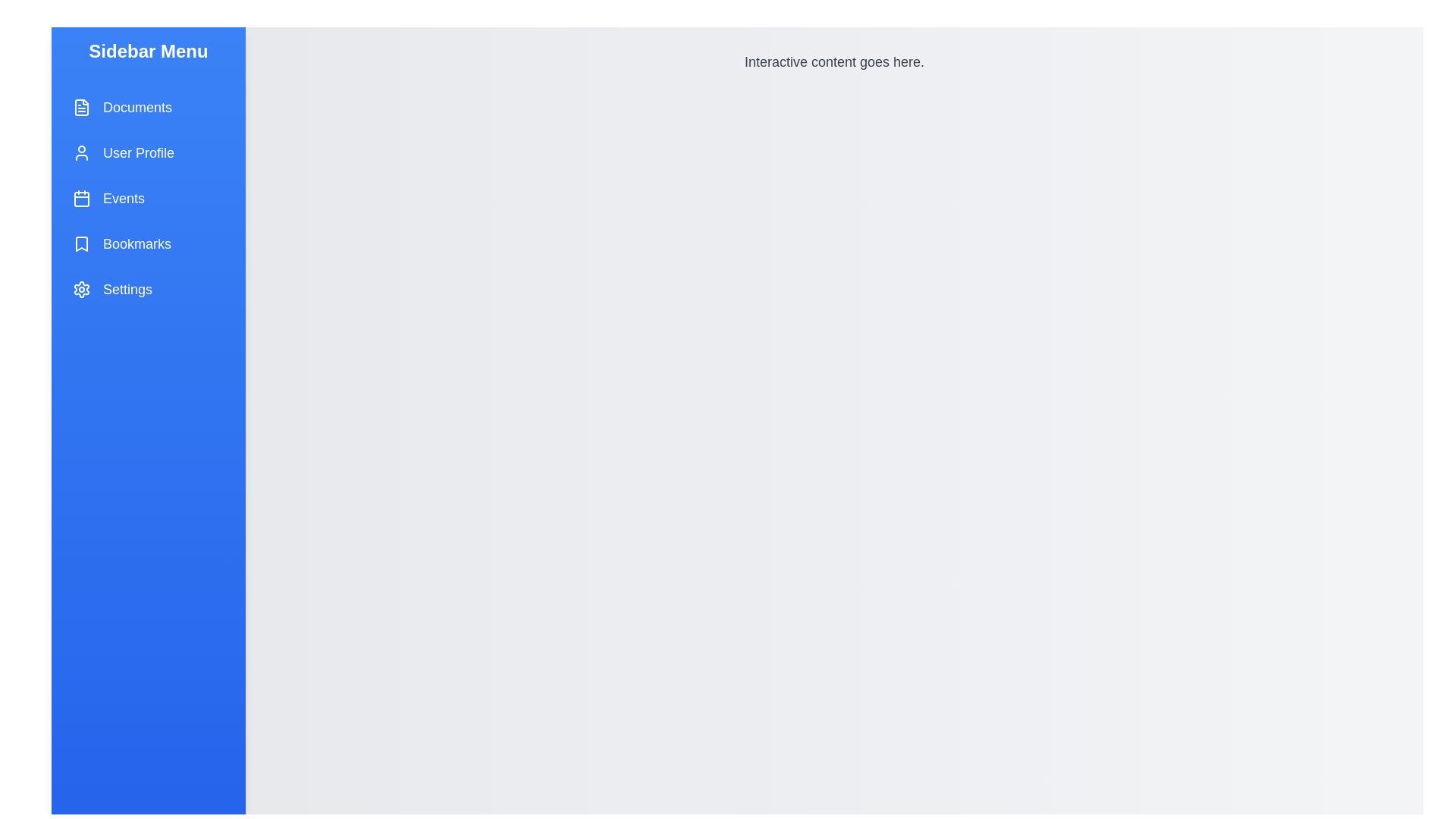 The height and width of the screenshot is (819, 1456). What do you see at coordinates (81, 107) in the screenshot?
I see `the icon representing Documents` at bounding box center [81, 107].